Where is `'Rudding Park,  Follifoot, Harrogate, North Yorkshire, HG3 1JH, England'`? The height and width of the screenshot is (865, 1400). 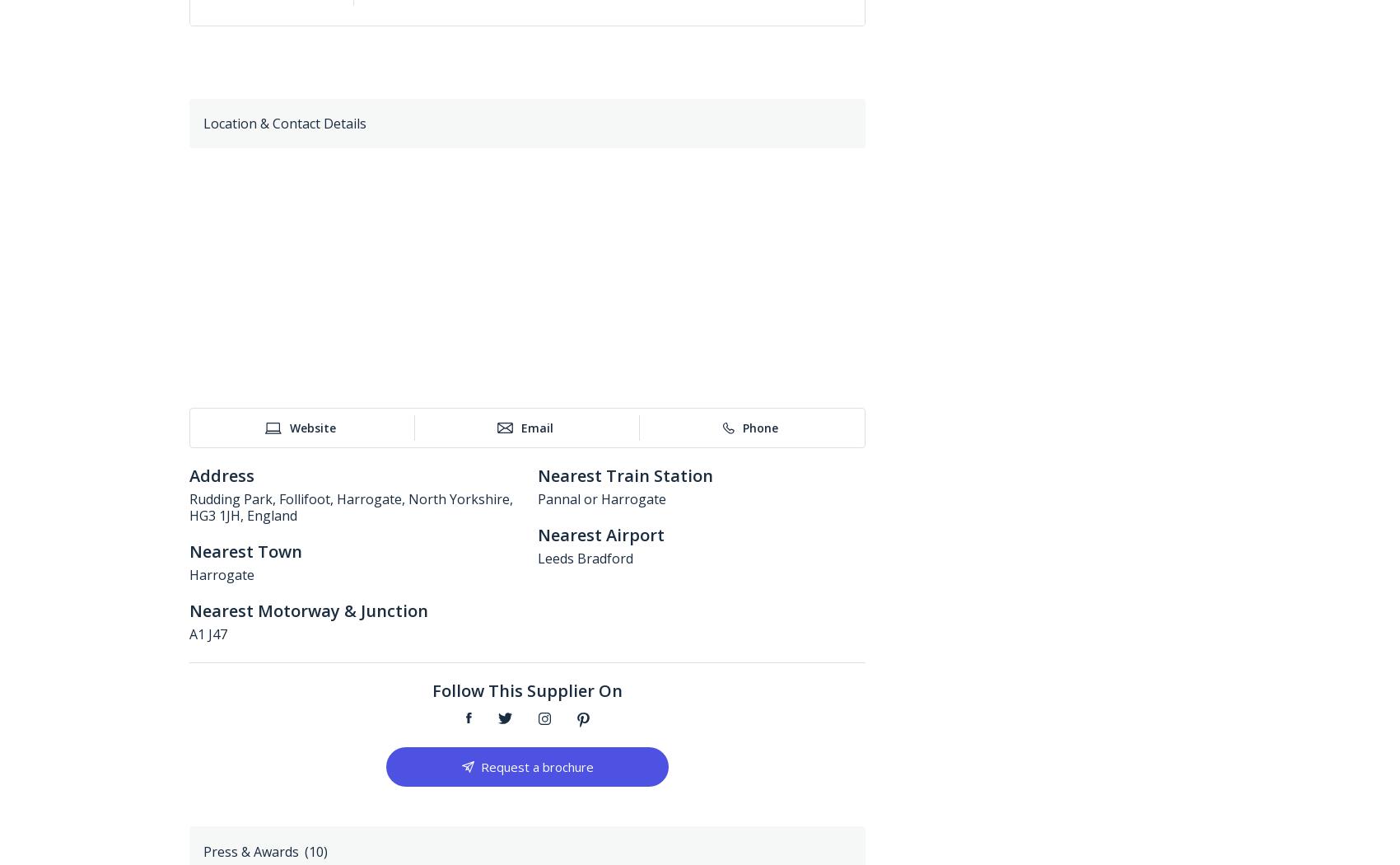 'Rudding Park,  Follifoot, Harrogate, North Yorkshire, HG3 1JH, England' is located at coordinates (351, 507).